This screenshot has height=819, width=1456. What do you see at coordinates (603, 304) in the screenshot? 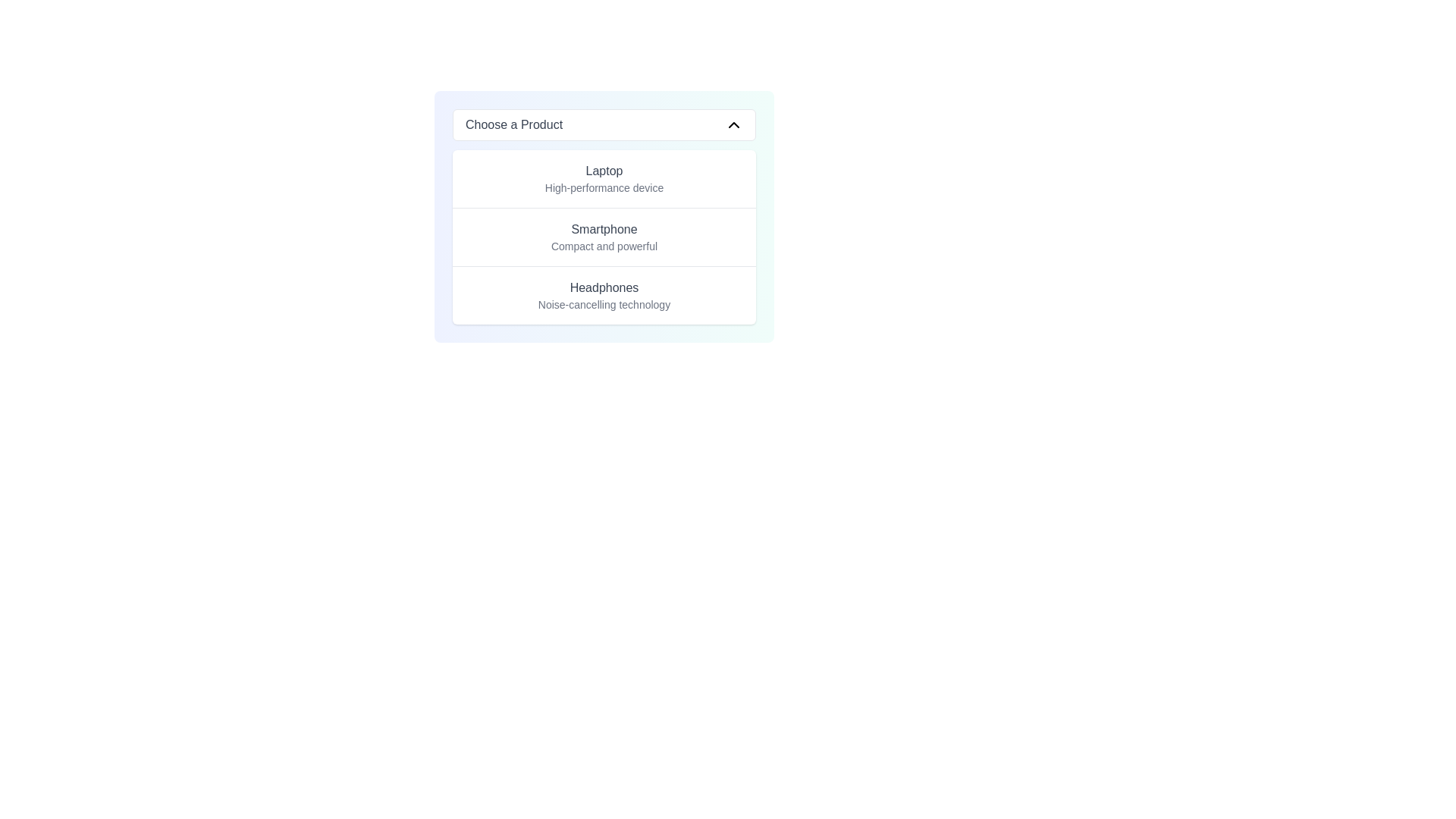
I see `the text label displaying 'Noise-cancelling technology', which is styled in a small gray font and located beneath the 'Headphones' text` at bounding box center [603, 304].